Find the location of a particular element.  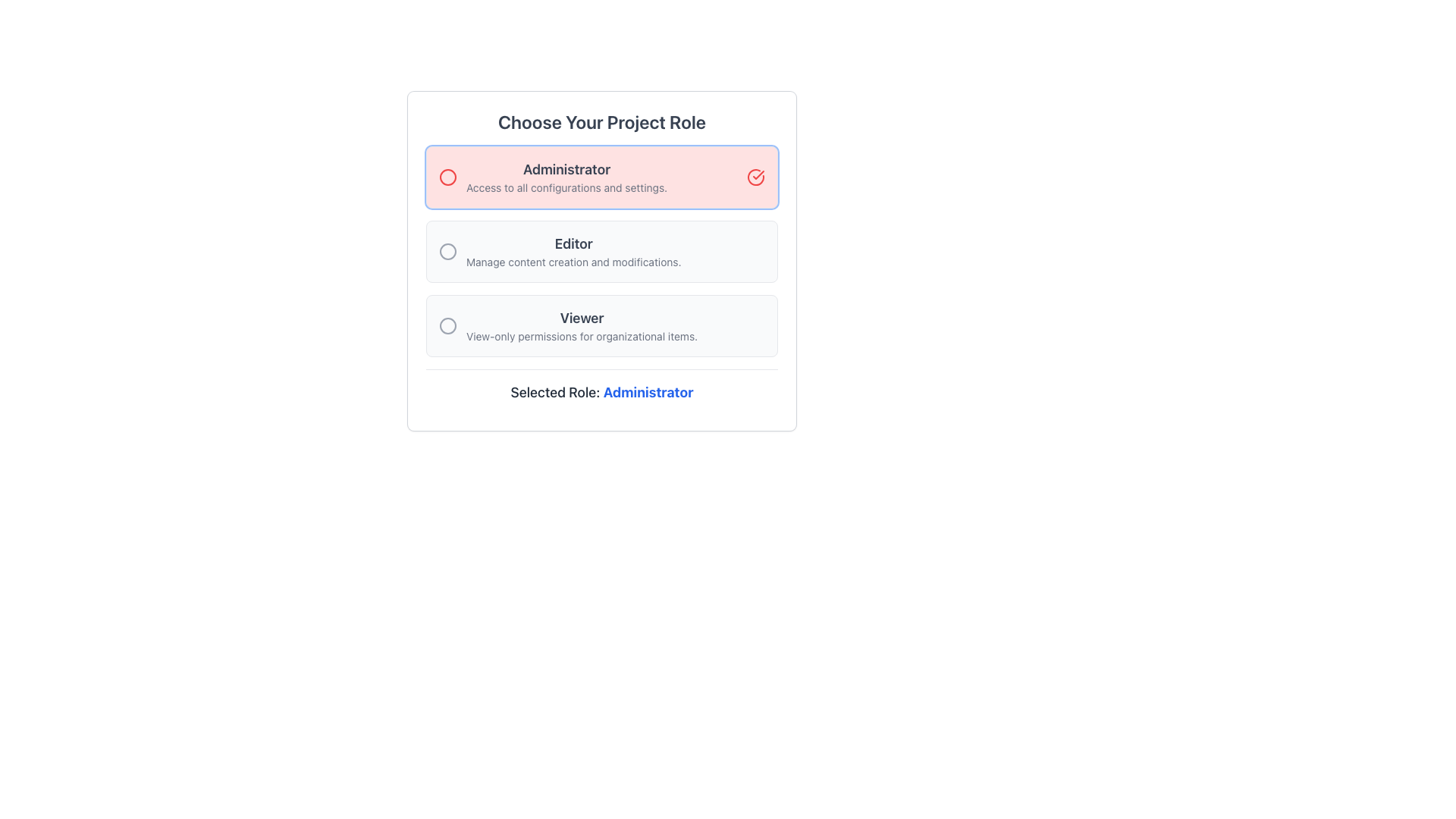

the text label 'Administrator', which is styled in bold, larger dark gray font and is associated with the description 'Access to all configurations and settings' under the heading 'Choose Your Project Role' is located at coordinates (566, 169).